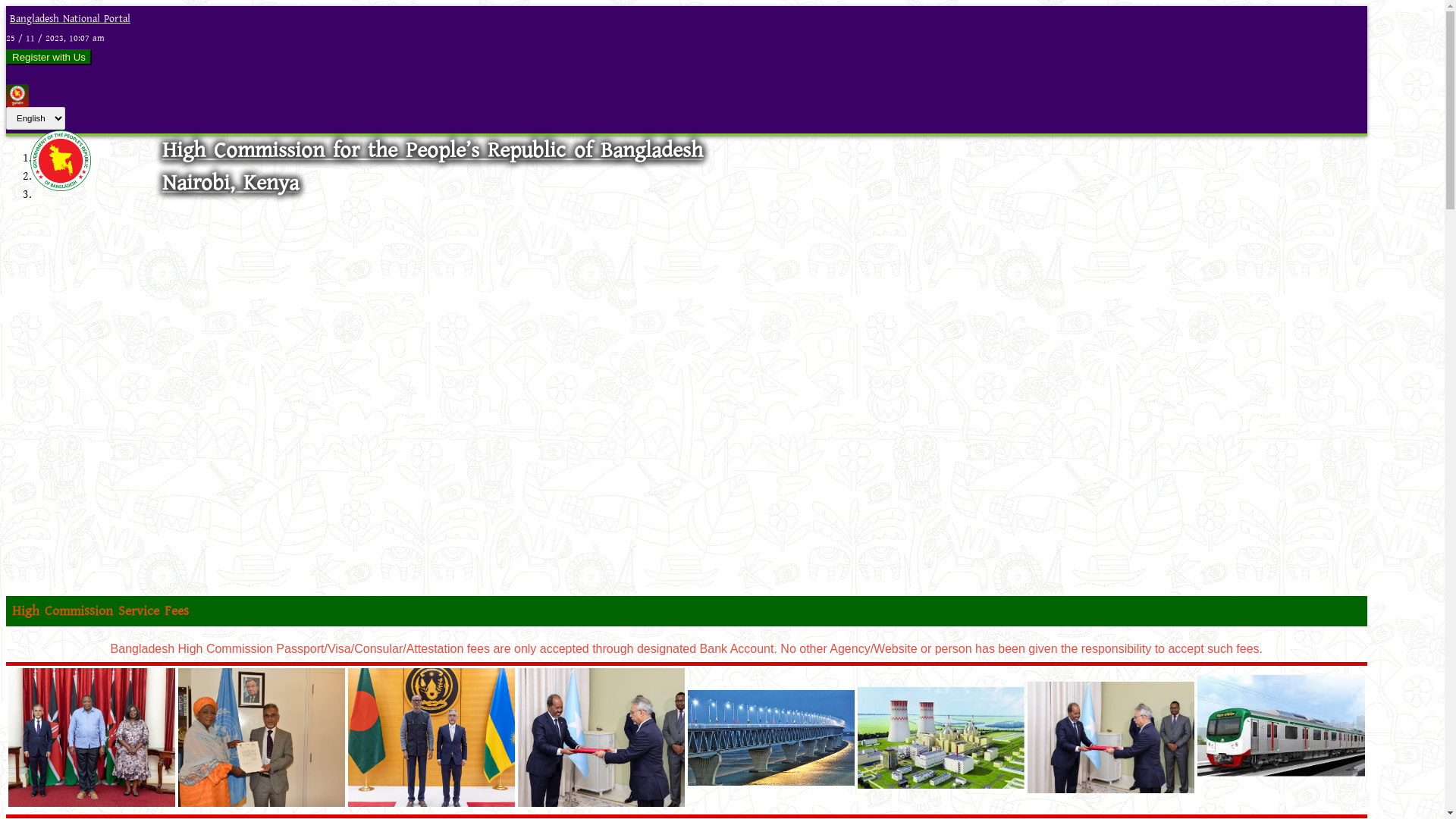 This screenshot has width=1456, height=819. Describe the element at coordinates (30, 186) in the screenshot. I see `'Logo'` at that location.